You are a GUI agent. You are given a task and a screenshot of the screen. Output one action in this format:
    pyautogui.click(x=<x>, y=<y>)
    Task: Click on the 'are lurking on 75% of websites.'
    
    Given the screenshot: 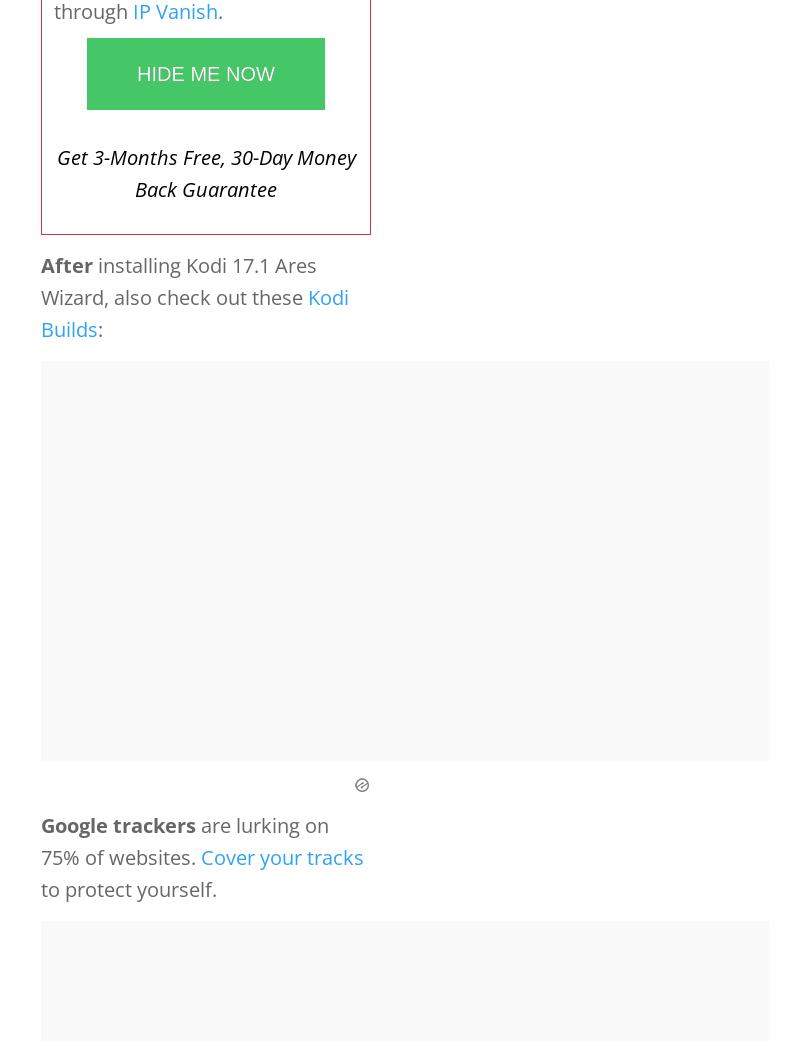 What is the action you would take?
    pyautogui.click(x=184, y=839)
    